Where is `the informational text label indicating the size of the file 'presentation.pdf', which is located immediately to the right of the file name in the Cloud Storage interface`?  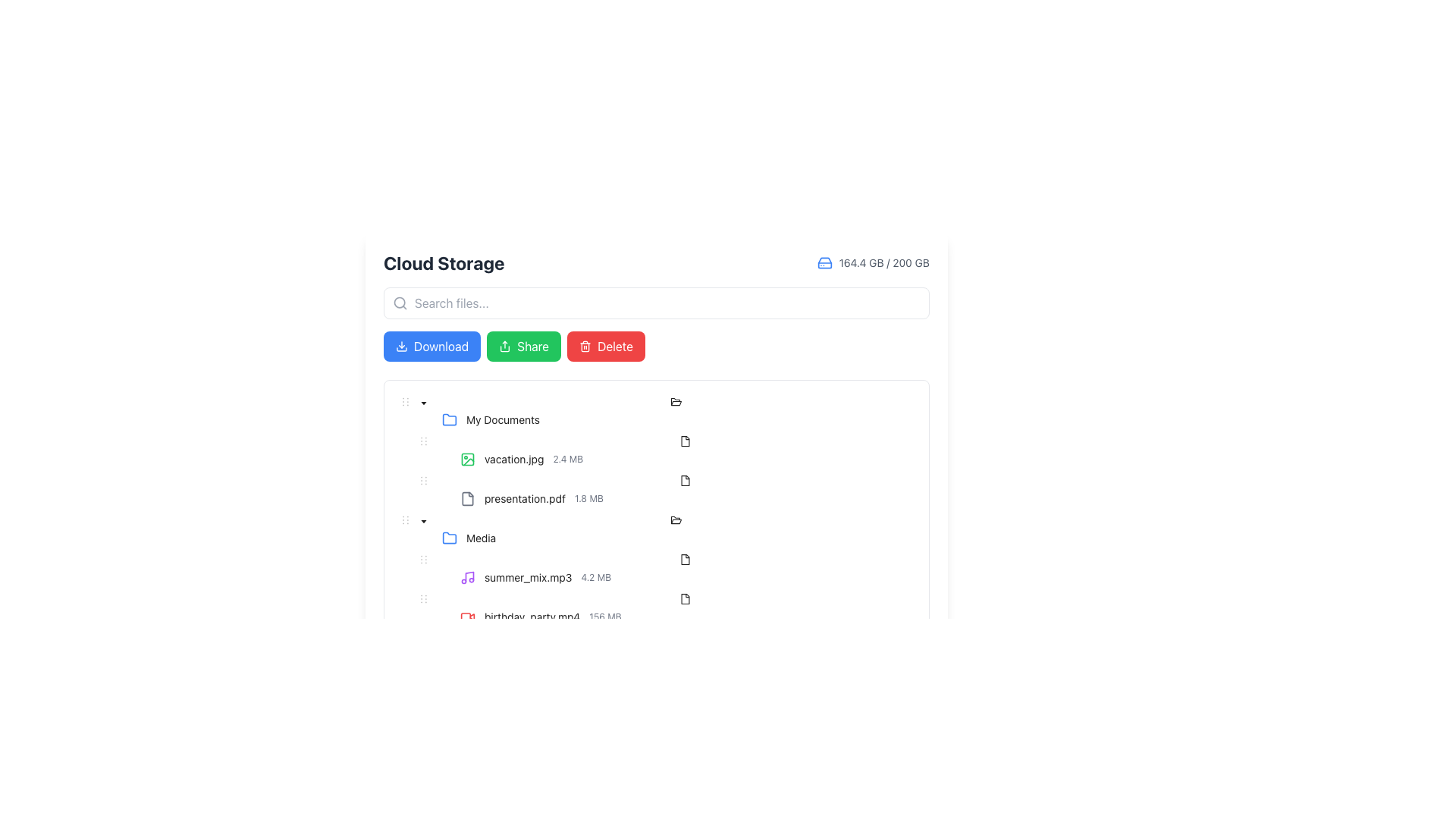 the informational text label indicating the size of the file 'presentation.pdf', which is located immediately to the right of the file name in the Cloud Storage interface is located at coordinates (588, 499).